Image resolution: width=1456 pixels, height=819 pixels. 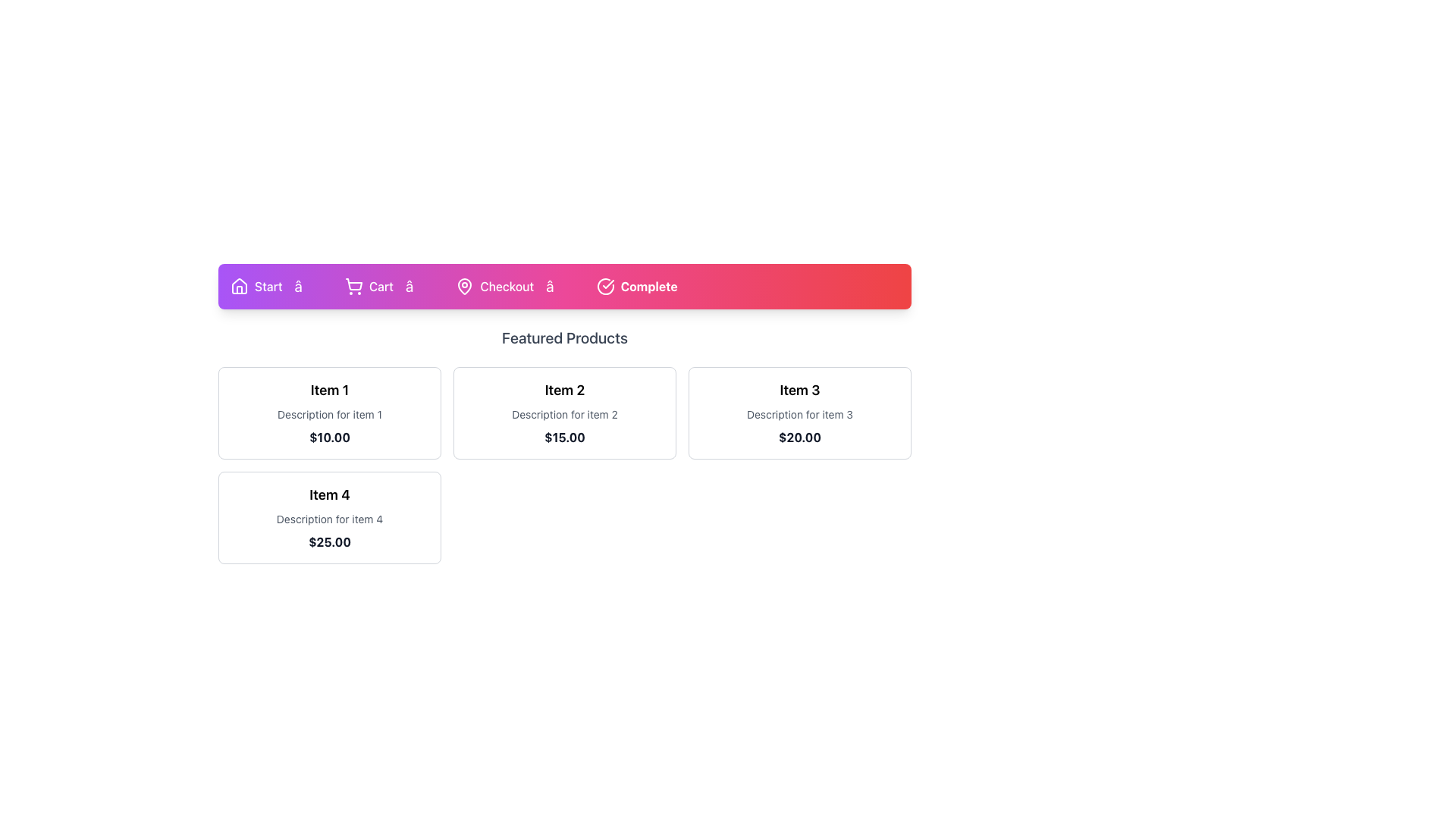 What do you see at coordinates (353, 284) in the screenshot?
I see `the shopping cart icon in the navigation bar` at bounding box center [353, 284].